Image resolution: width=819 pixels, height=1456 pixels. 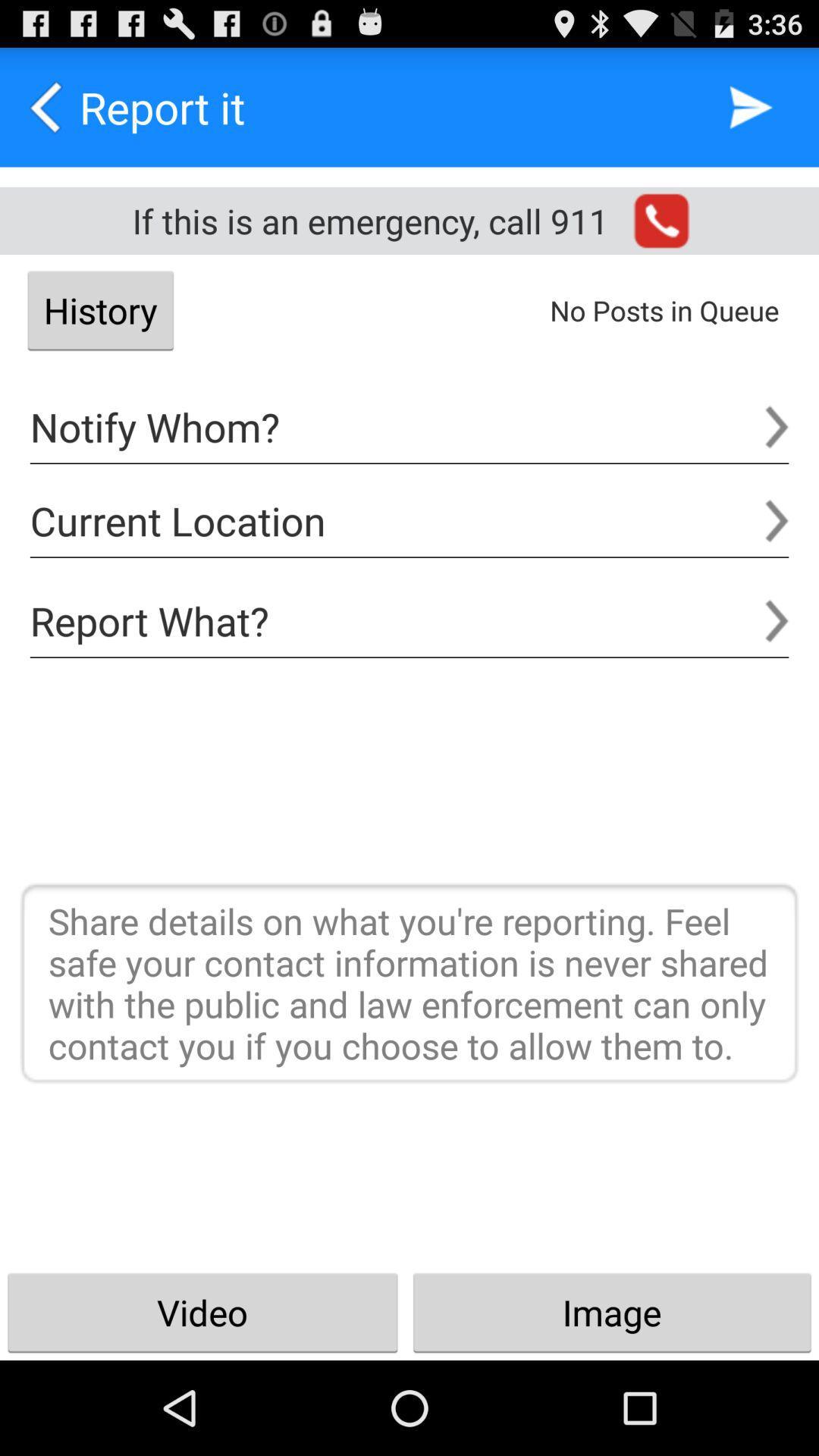 I want to click on the send icon, so click(x=751, y=114).